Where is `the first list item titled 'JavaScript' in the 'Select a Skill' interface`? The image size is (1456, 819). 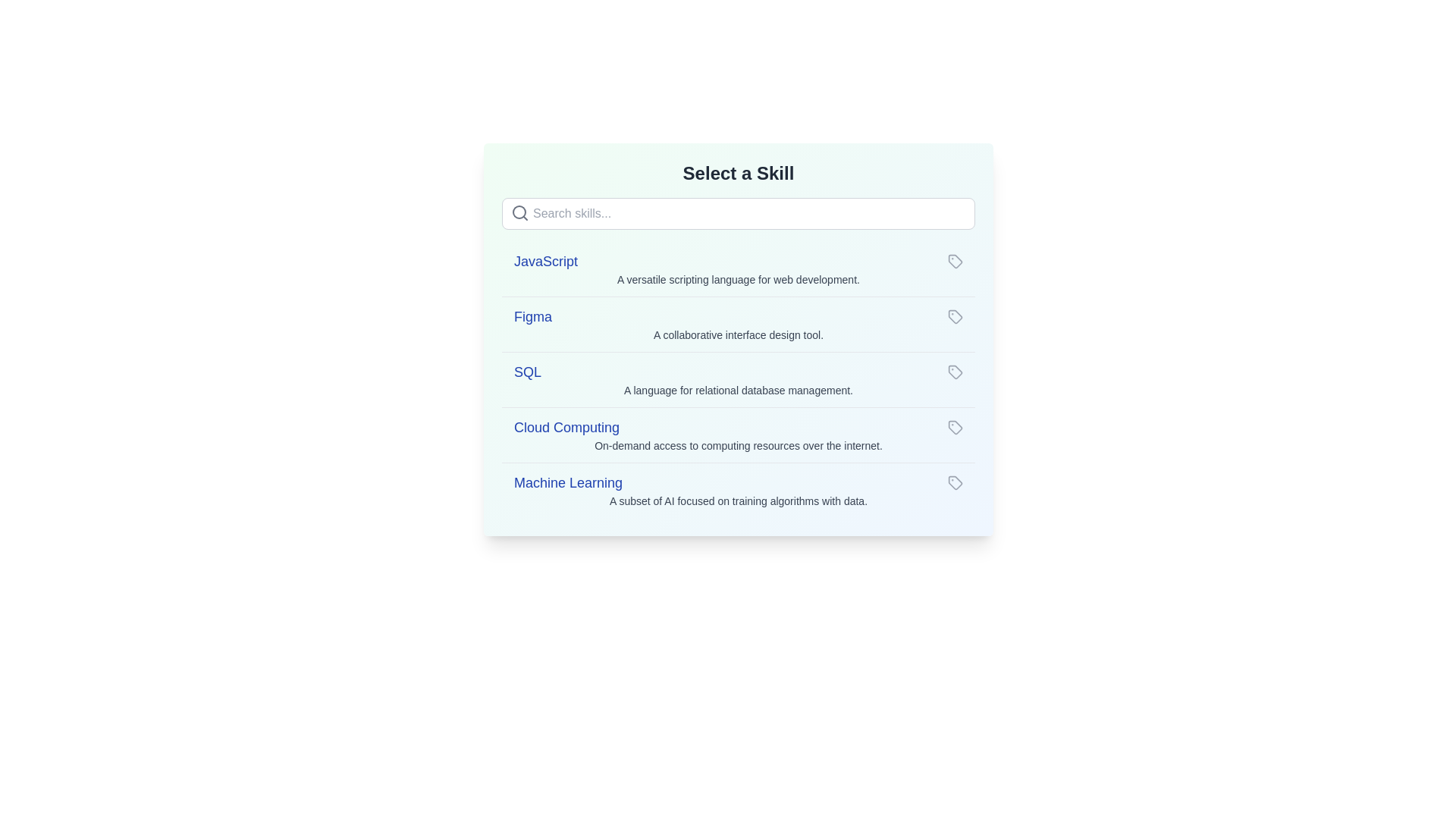 the first list item titled 'JavaScript' in the 'Select a Skill' interface is located at coordinates (739, 268).